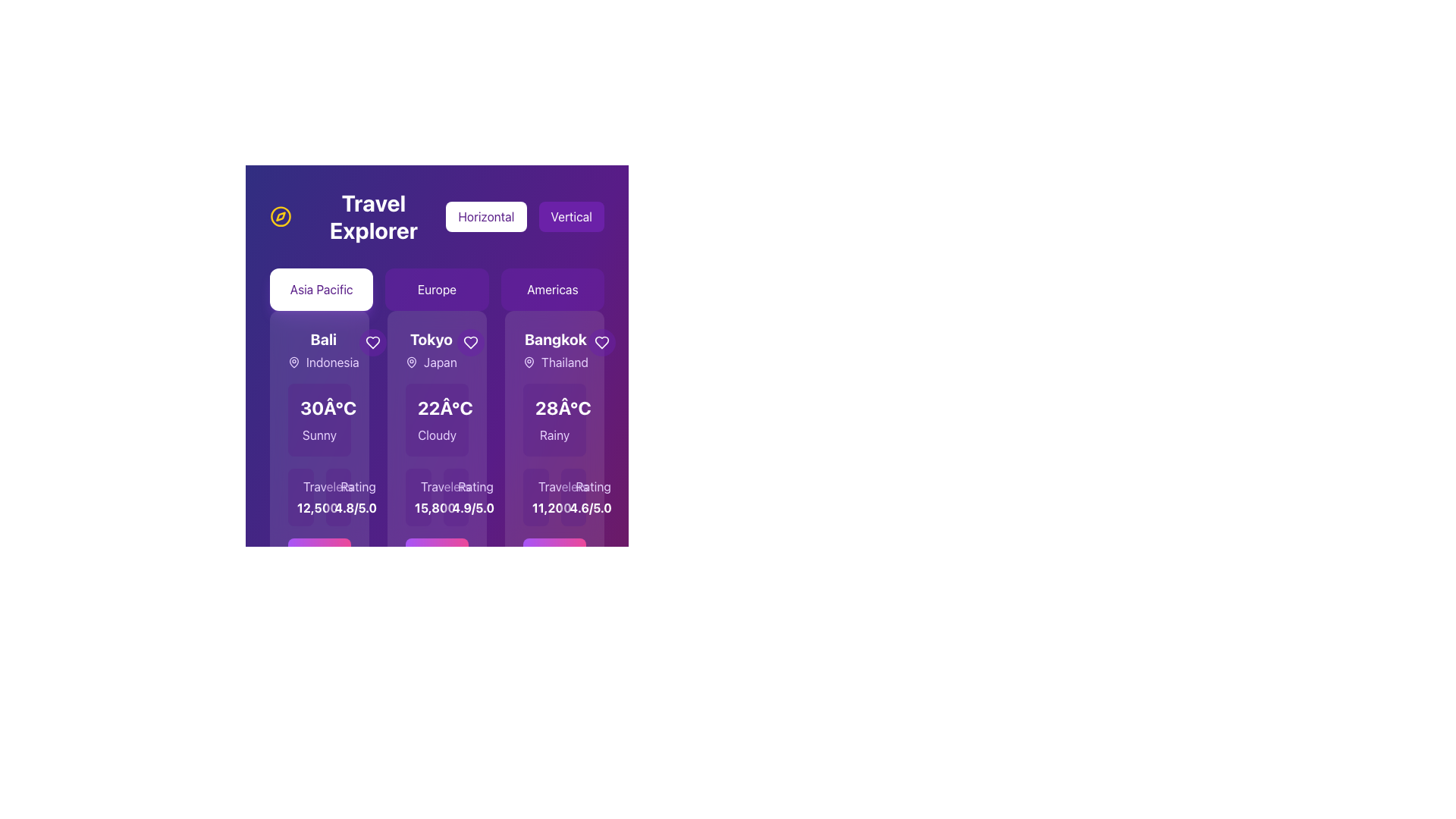 The image size is (1456, 819). What do you see at coordinates (318, 435) in the screenshot?
I see `the text label displaying 'Sunny' in a light purple color, located within the rounded rectangle card labeled 'Bali', below the temperature display '30°C'` at bounding box center [318, 435].